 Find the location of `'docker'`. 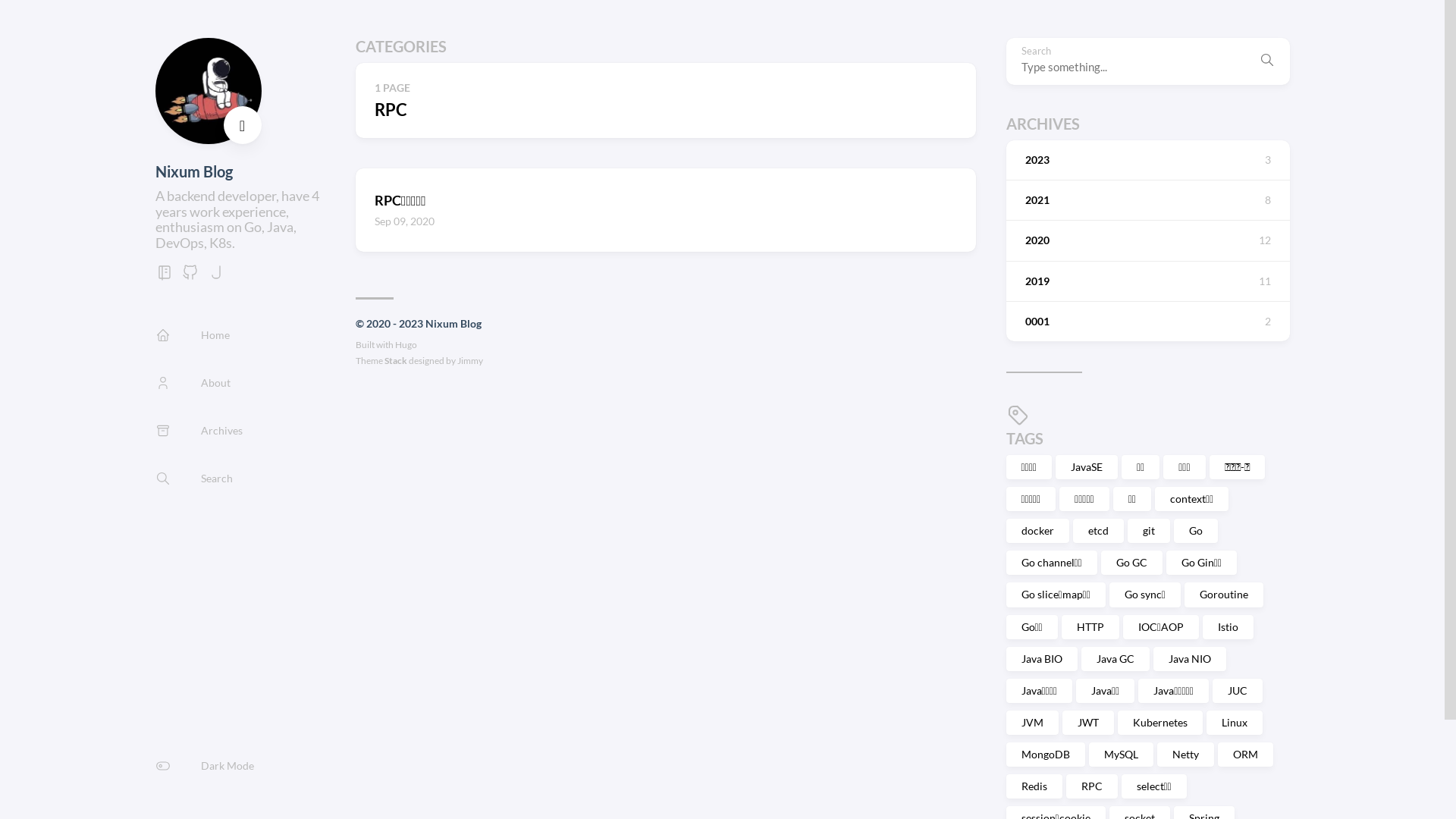

'docker' is located at coordinates (1036, 529).